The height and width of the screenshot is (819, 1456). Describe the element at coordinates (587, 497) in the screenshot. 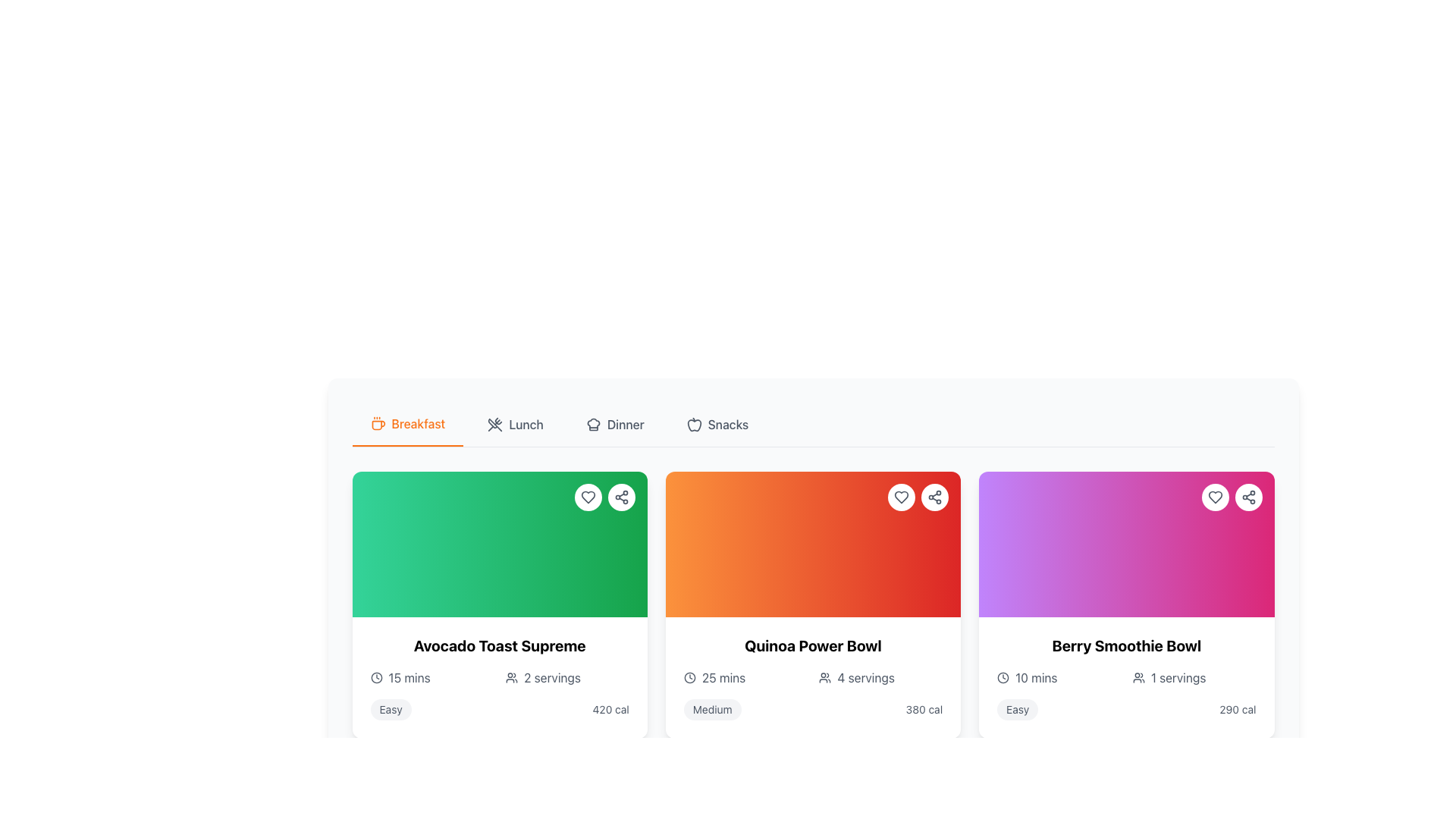

I see `the 'like' button located at the top-right corner of the green card labeled 'Avocado Toast Supreme' to trigger a color change` at that location.